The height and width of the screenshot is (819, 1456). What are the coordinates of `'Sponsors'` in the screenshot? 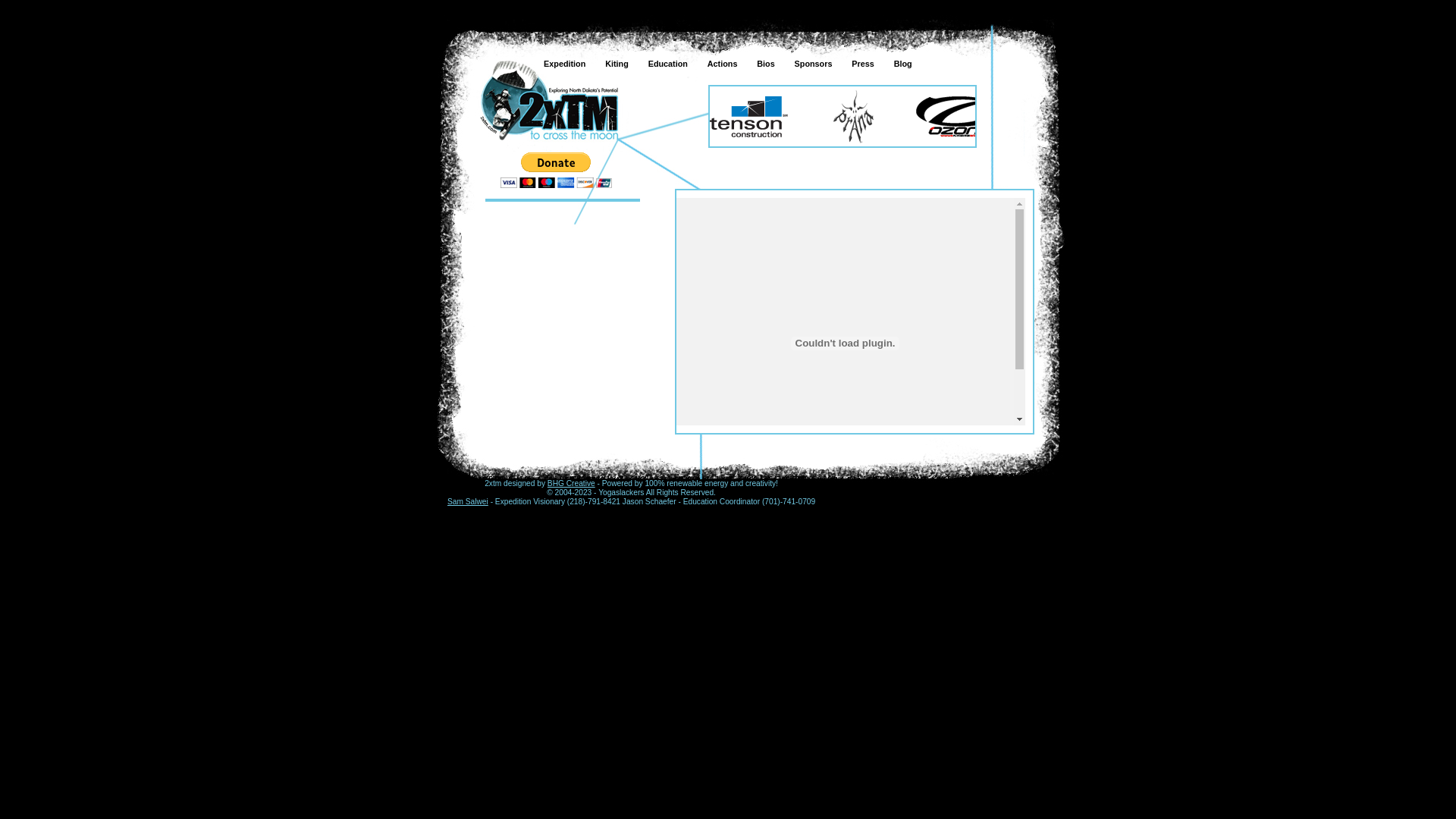 It's located at (783, 63).